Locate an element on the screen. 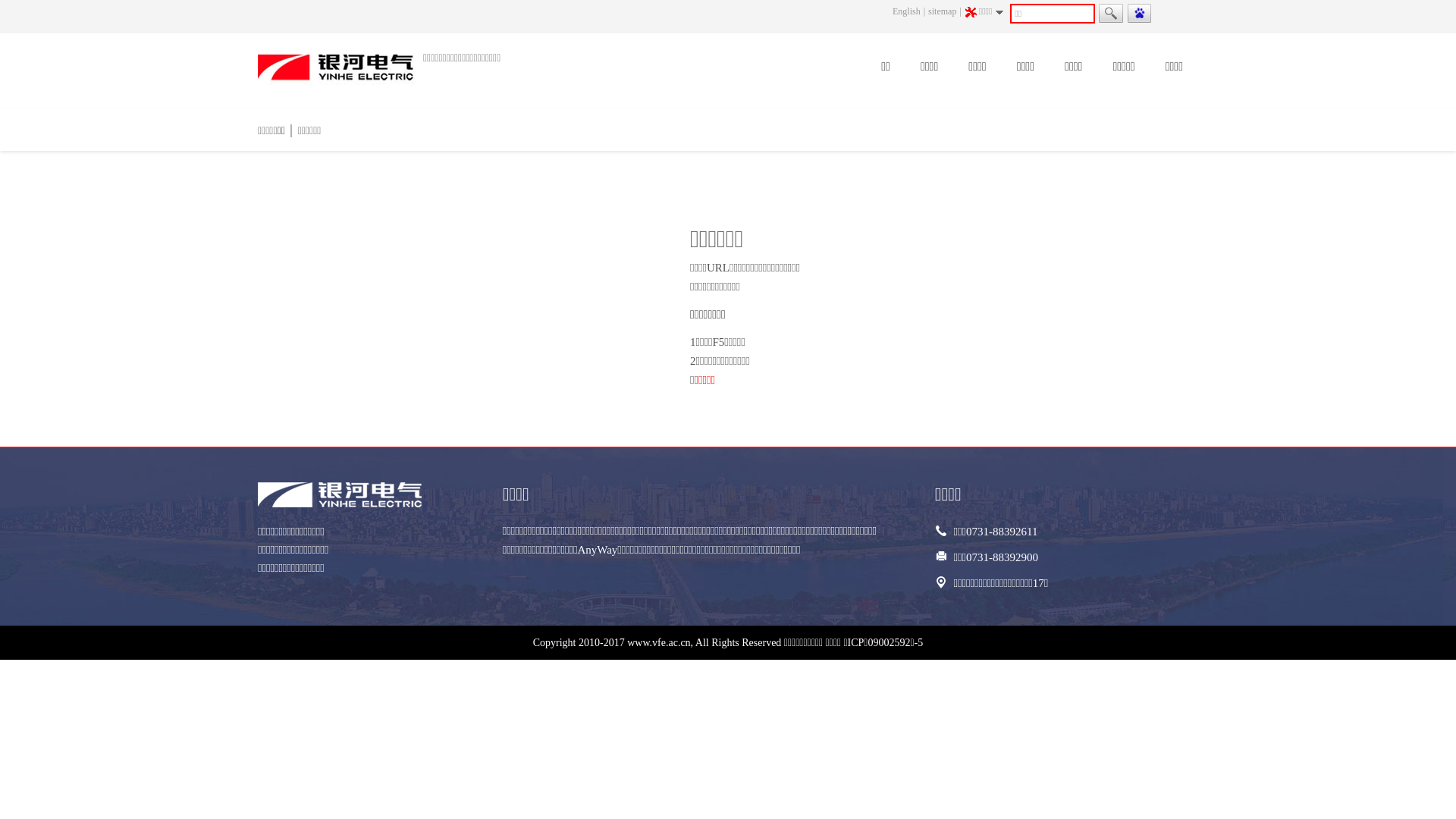 The image size is (1456, 819). 'sitemap' is located at coordinates (941, 11).